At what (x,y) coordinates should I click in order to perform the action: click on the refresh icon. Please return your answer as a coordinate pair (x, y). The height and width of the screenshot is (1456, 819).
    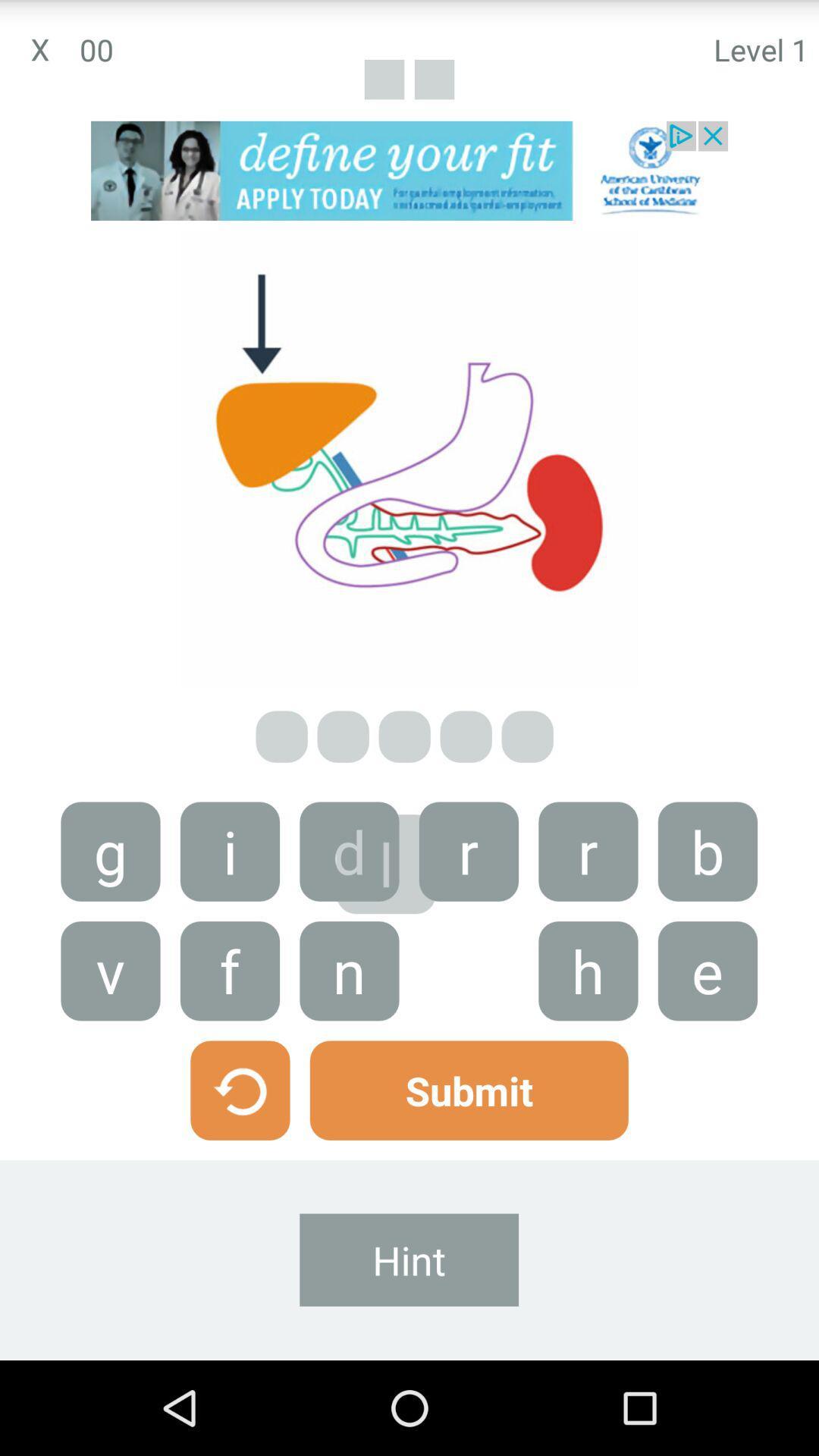
    Looking at the image, I should click on (239, 1166).